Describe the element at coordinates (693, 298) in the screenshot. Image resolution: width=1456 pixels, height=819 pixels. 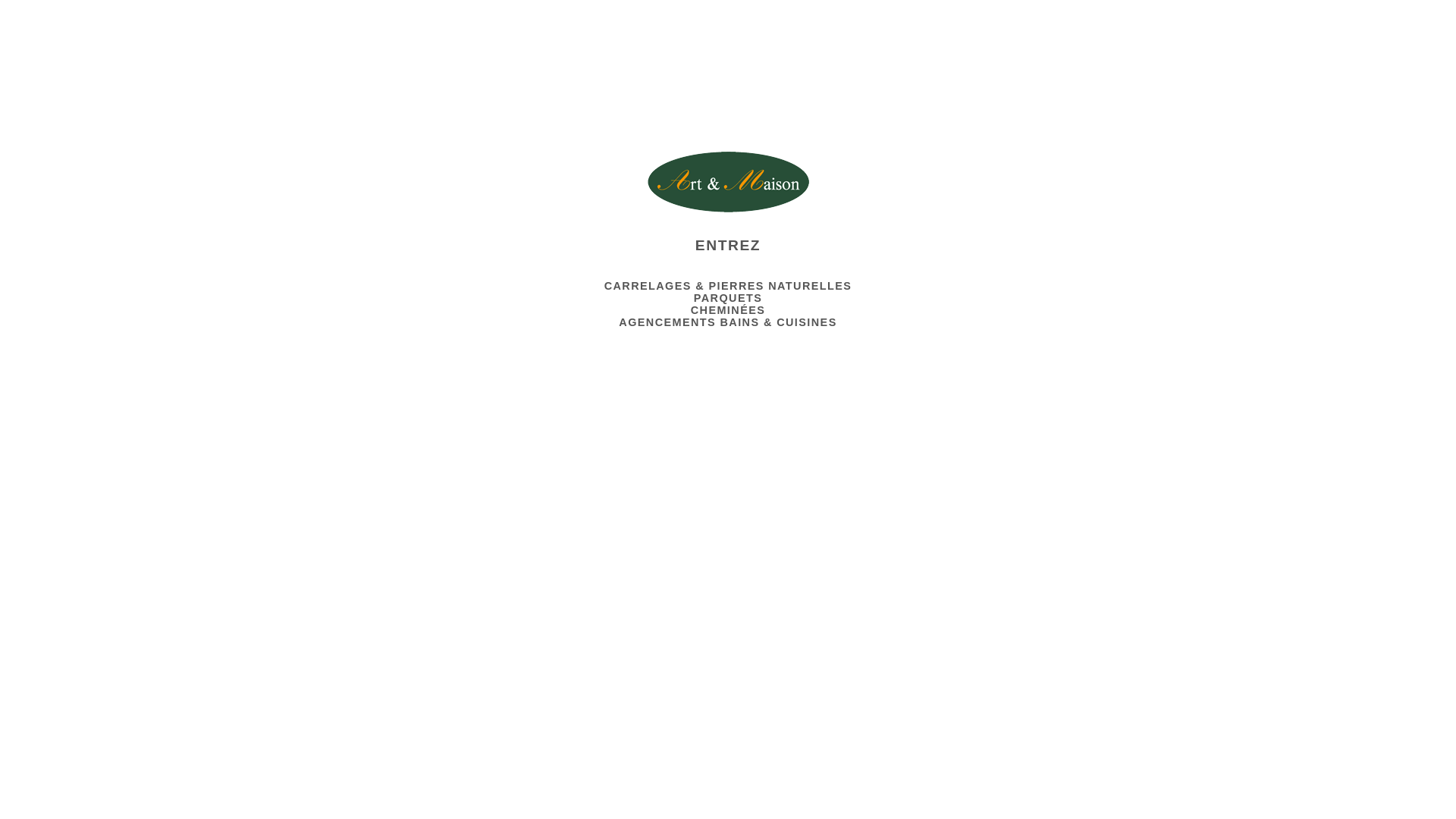
I see `'PARQUETS'` at that location.